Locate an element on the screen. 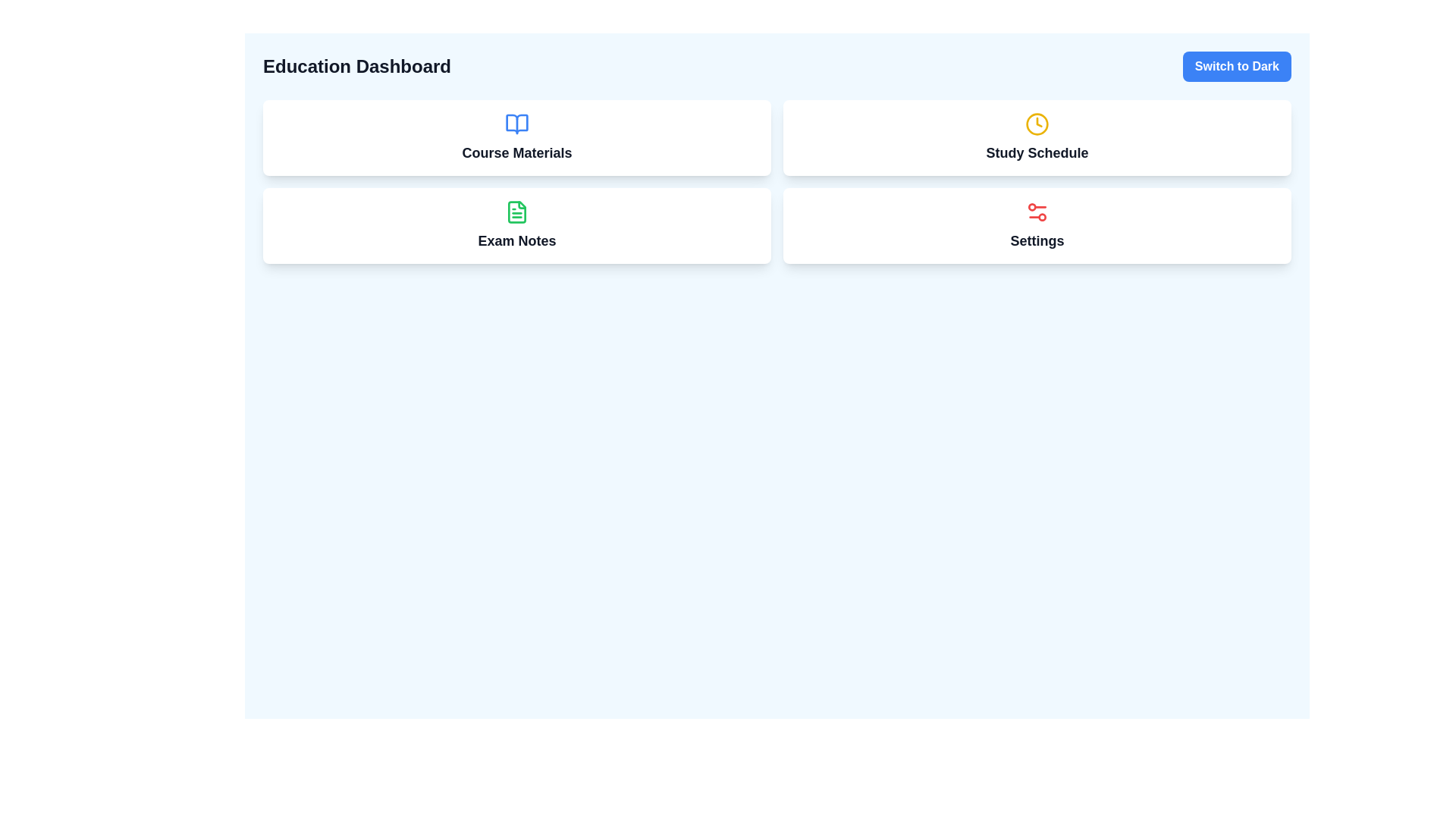  the clock icon located at the top-center of the 'Study Schedule' panel, which represents schedules or time management is located at coordinates (1037, 124).